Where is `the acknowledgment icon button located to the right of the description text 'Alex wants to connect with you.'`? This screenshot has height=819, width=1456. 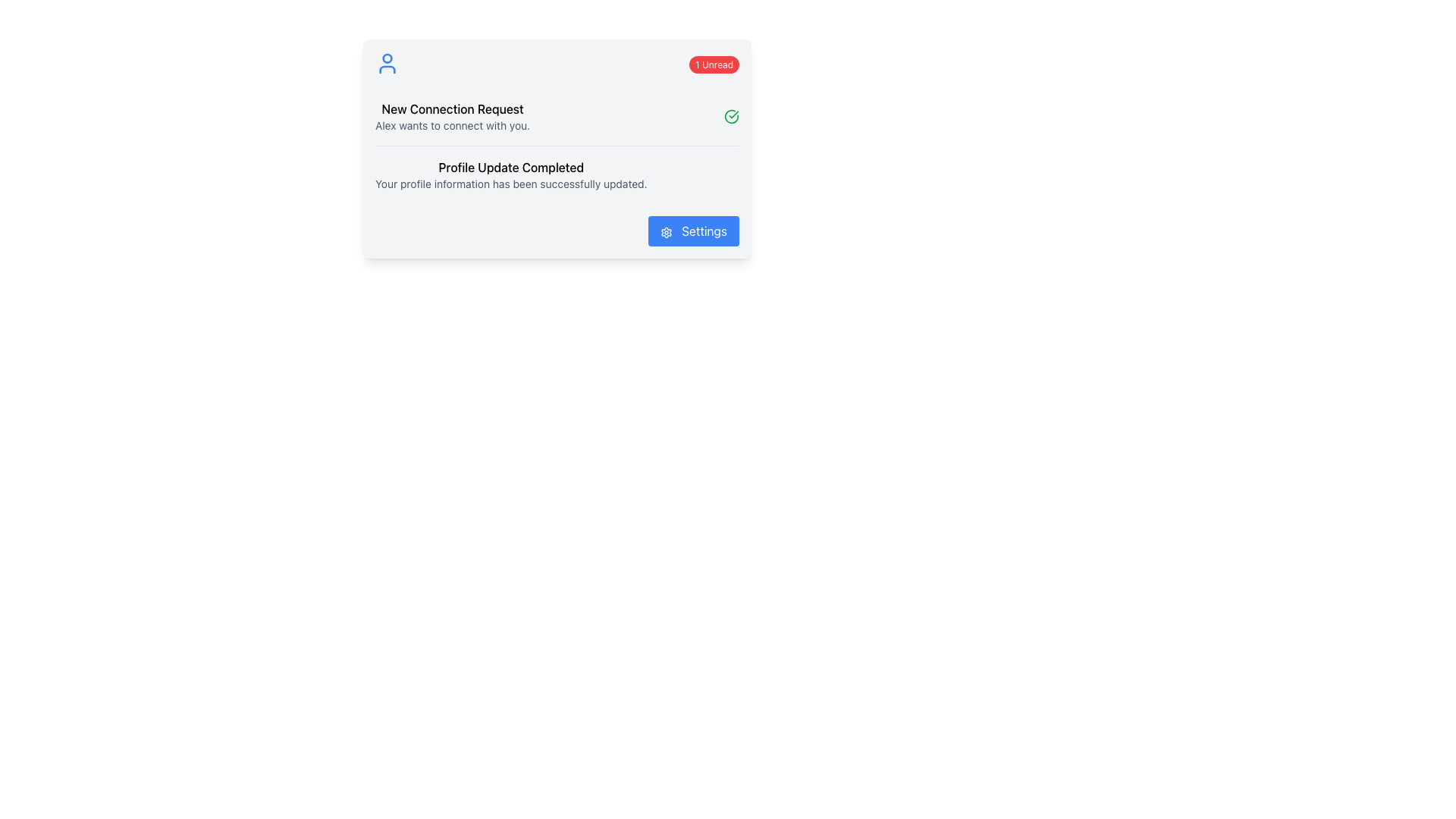 the acknowledgment icon button located to the right of the description text 'Alex wants to connect with you.' is located at coordinates (731, 116).